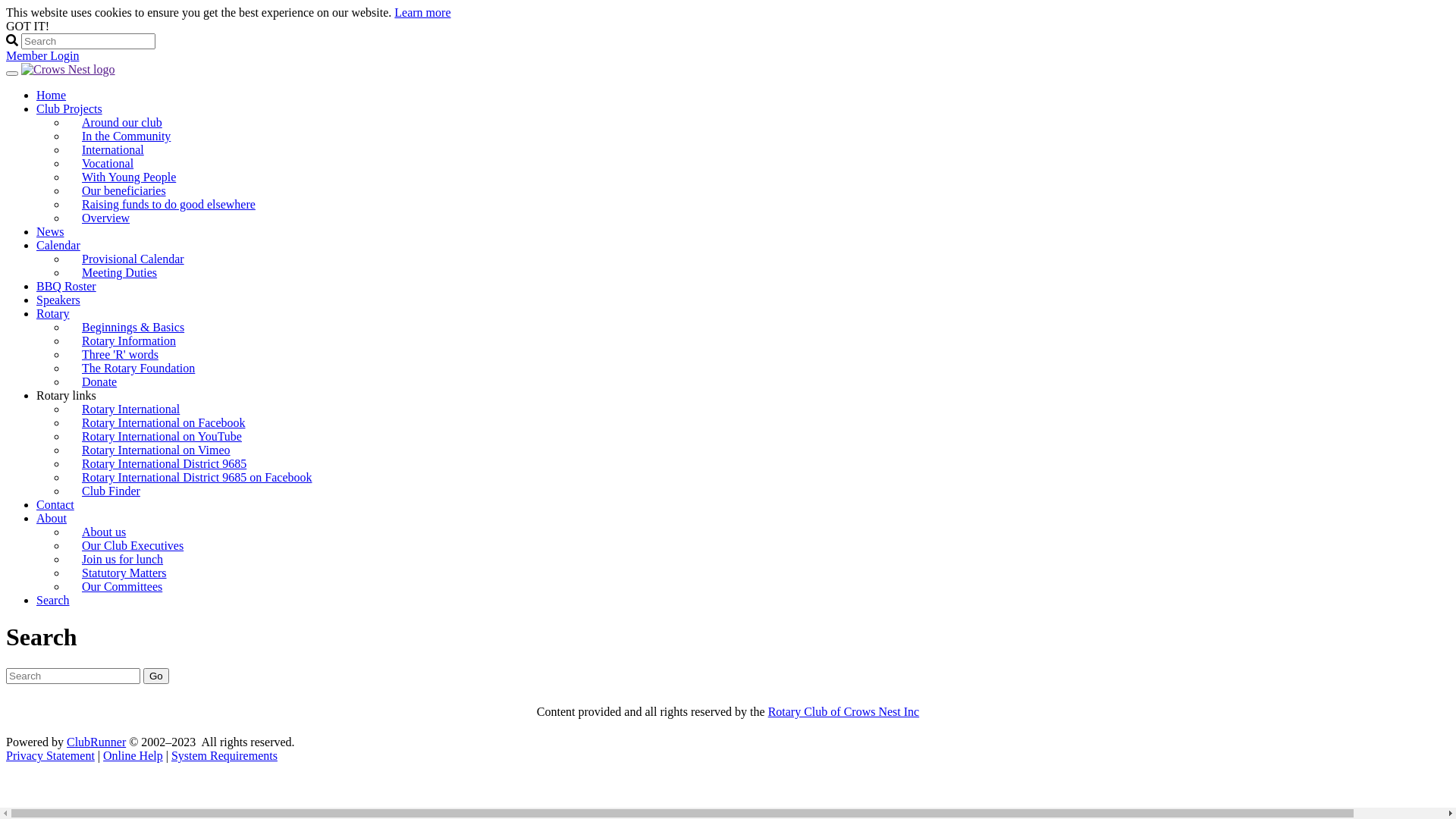  I want to click on 'Club Projects', so click(68, 108).